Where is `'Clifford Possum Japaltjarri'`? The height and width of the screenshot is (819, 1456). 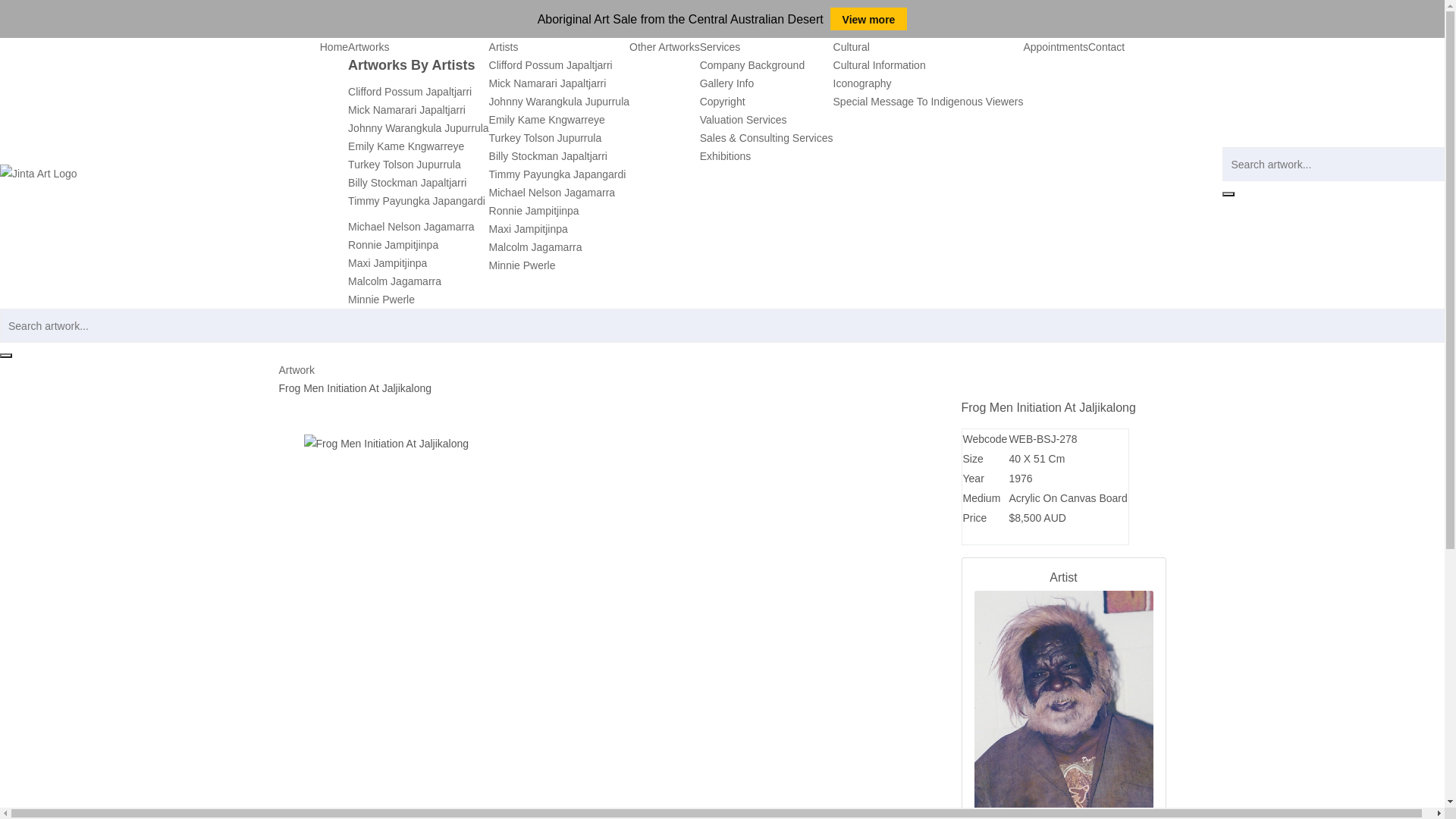 'Clifford Possum Japaltjarri' is located at coordinates (409, 91).